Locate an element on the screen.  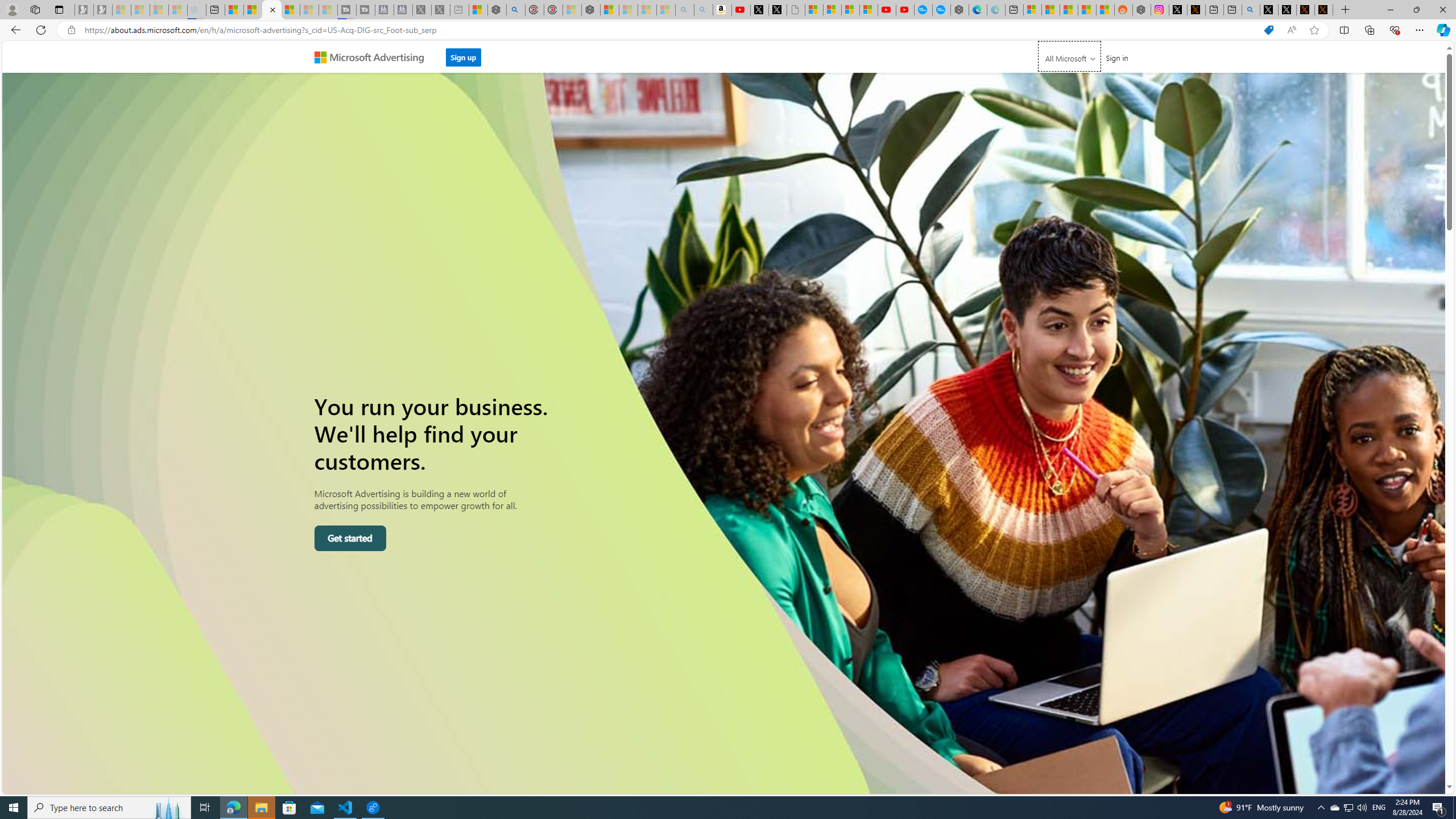
'amazon - Search - Sleeping' is located at coordinates (684, 9).